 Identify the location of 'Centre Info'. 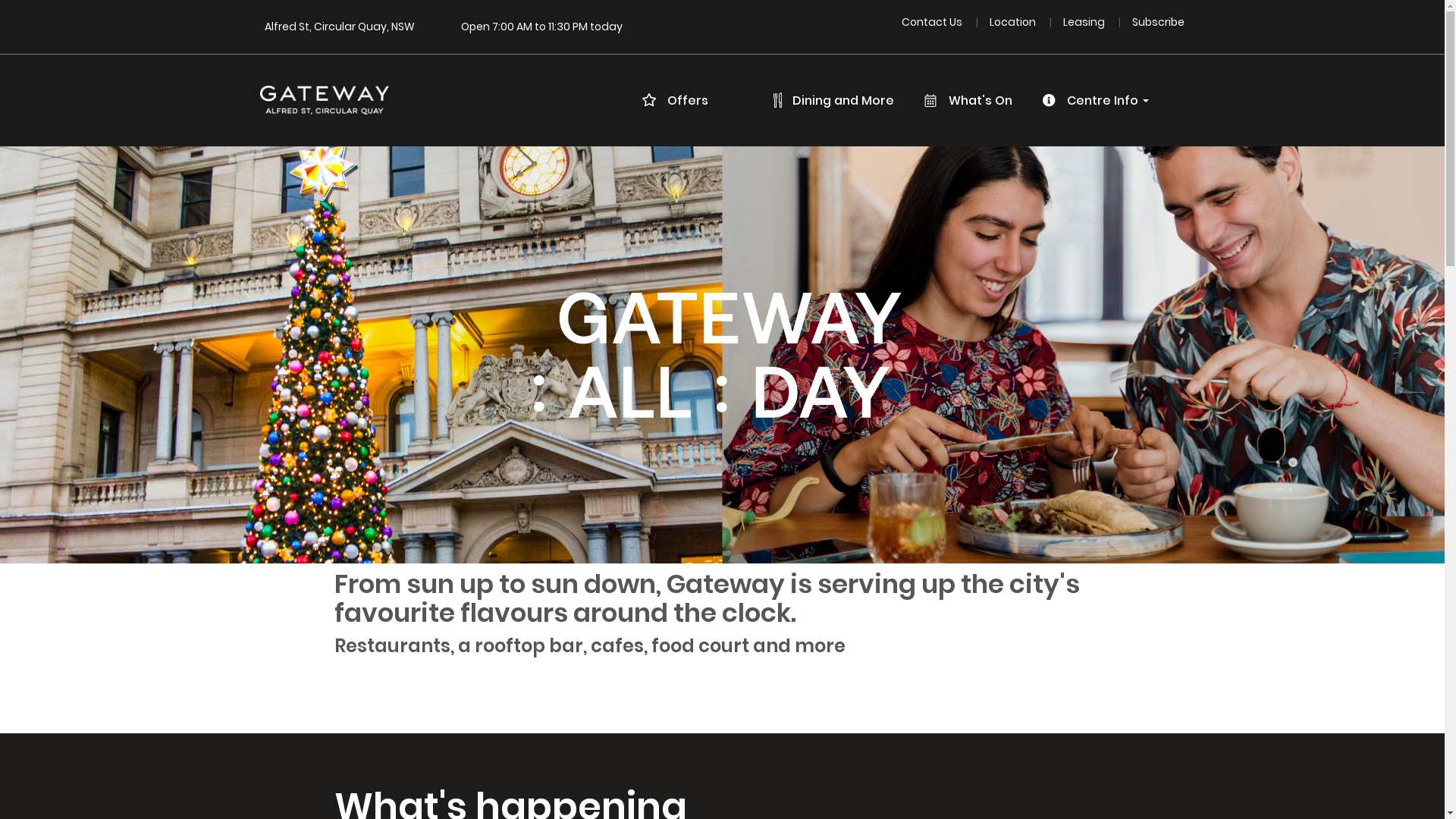
(1100, 100).